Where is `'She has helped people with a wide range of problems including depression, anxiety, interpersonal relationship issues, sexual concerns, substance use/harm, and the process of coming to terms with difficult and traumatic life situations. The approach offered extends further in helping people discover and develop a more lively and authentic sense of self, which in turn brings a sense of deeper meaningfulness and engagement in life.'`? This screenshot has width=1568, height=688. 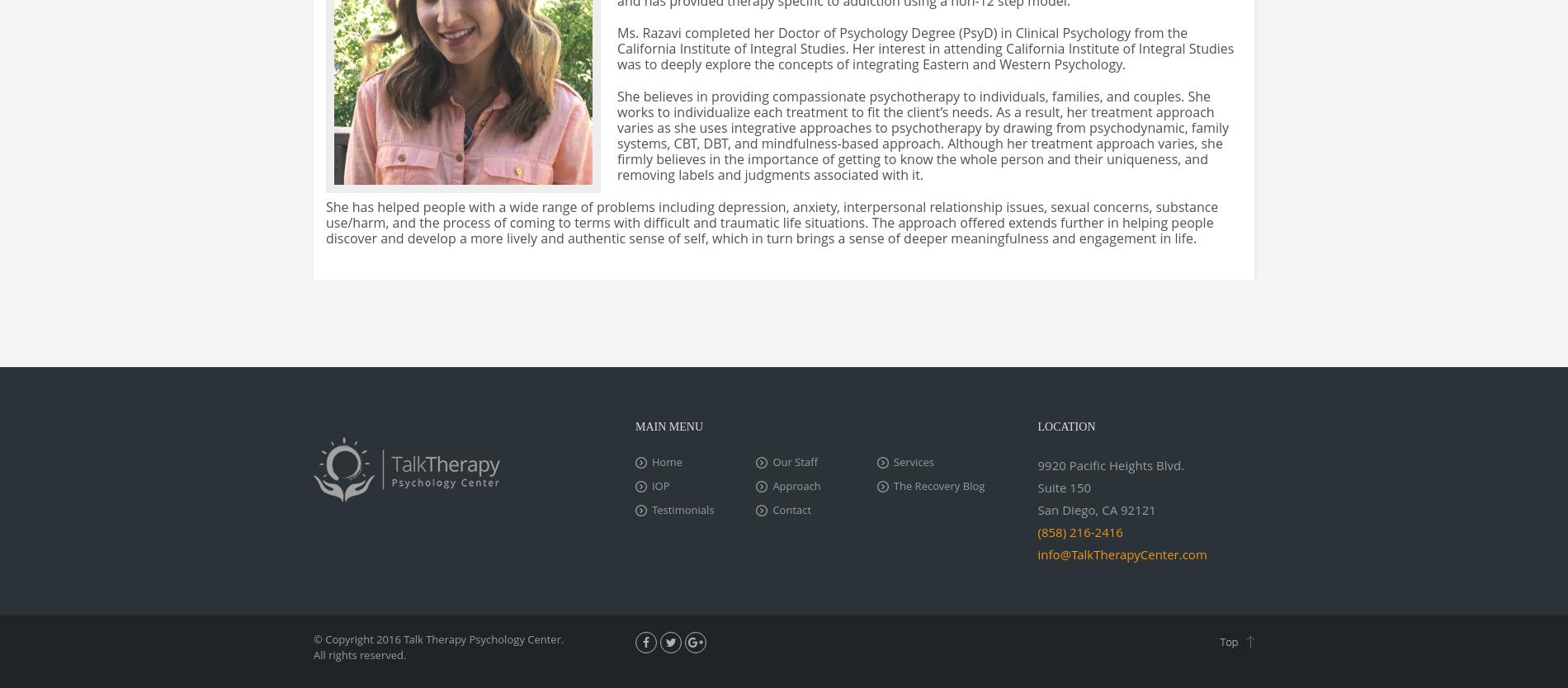
'She has helped people with a wide range of problems including depression, anxiety, interpersonal relationship issues, sexual concerns, substance use/harm, and the process of coming to terms with difficult and traumatic life situations. The approach offered extends further in helping people discover and develop a more lively and authentic sense of self, which in turn brings a sense of deeper meaningfulness and engagement in life.' is located at coordinates (771, 221).